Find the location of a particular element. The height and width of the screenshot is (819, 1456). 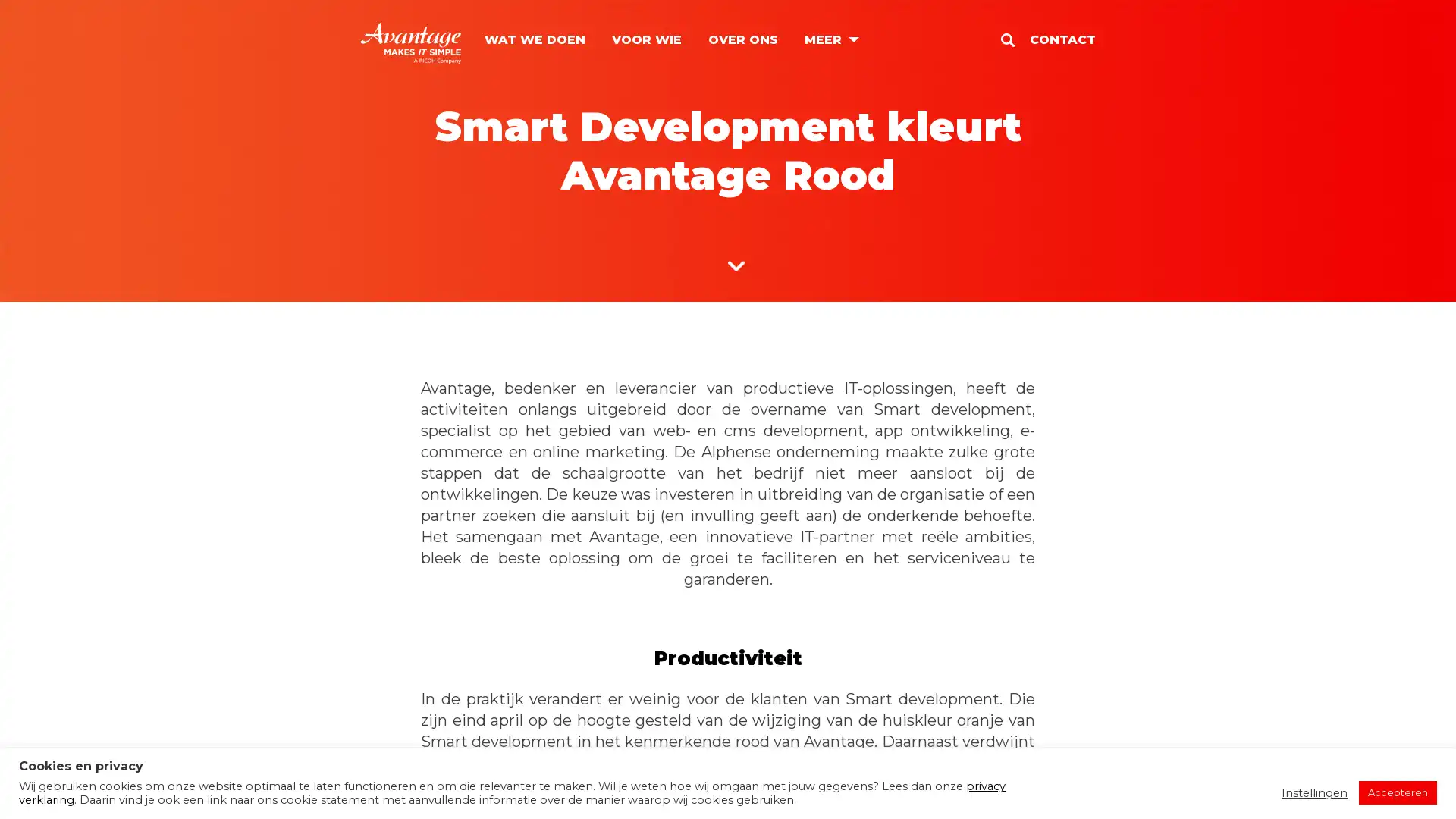

Accepteren is located at coordinates (1397, 792).